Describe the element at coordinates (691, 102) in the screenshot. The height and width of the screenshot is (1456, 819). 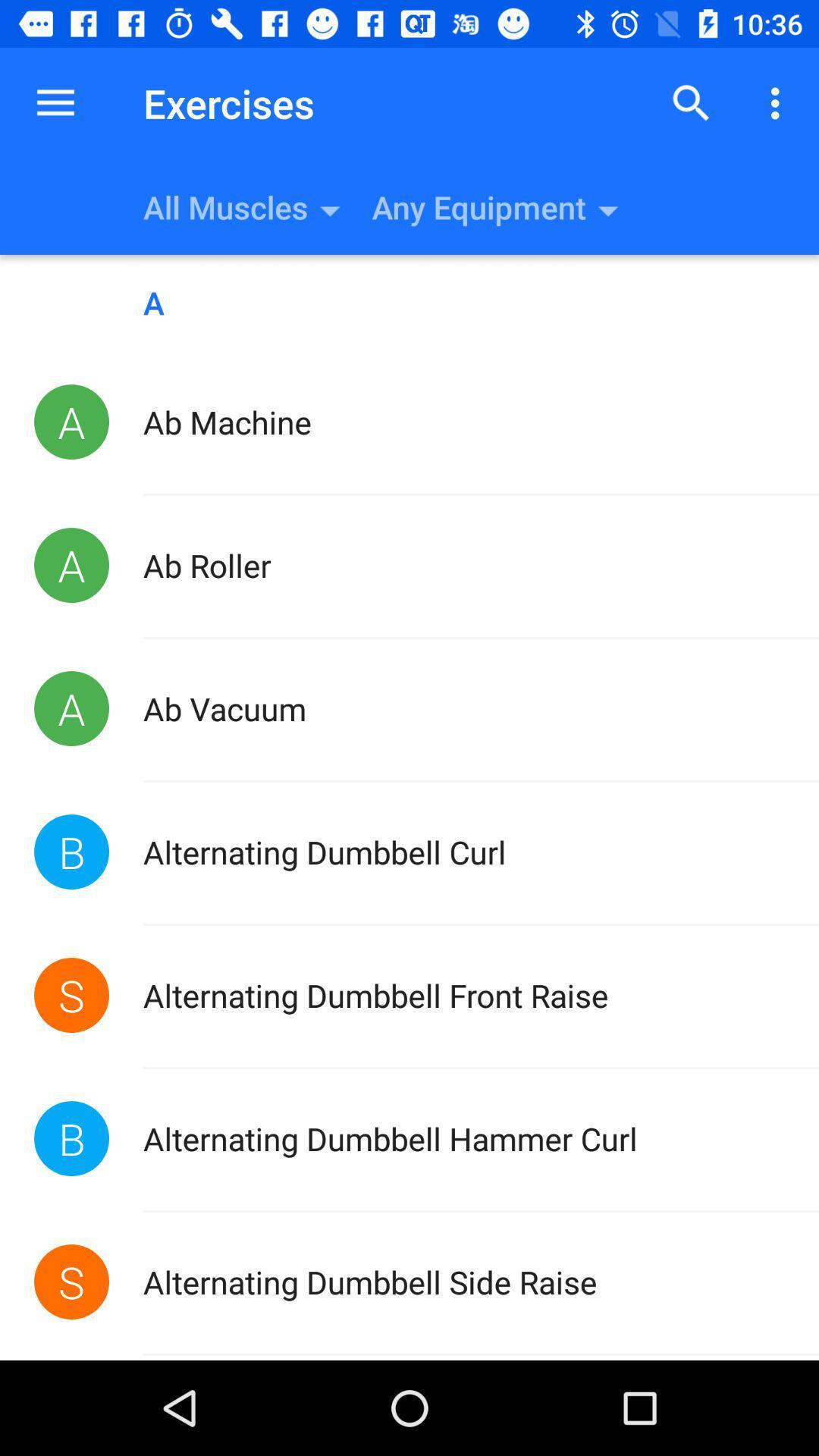
I see `the item above the a` at that location.